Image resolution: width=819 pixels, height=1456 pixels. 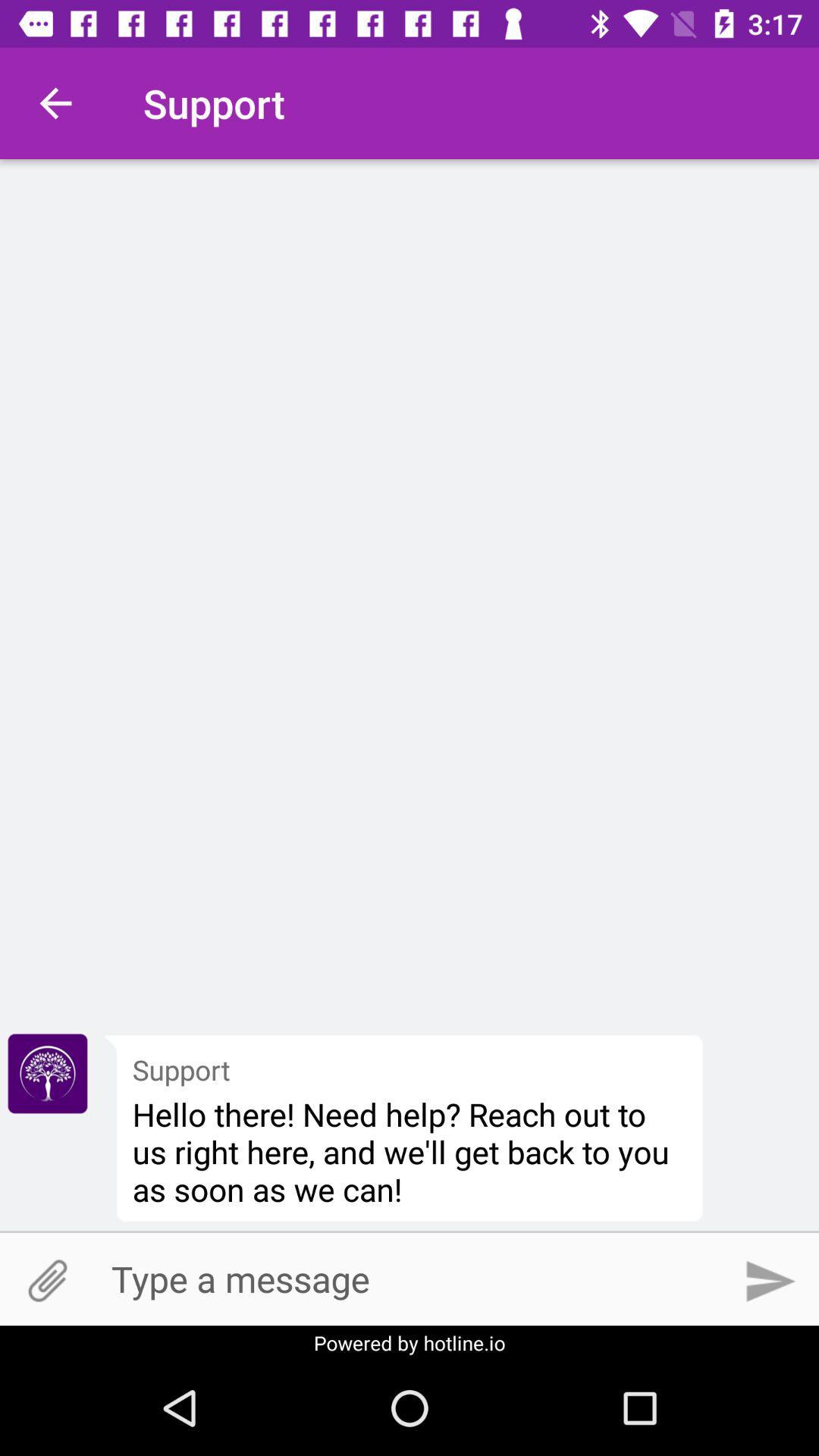 What do you see at coordinates (771, 1280) in the screenshot?
I see `the item at the bottom right corner` at bounding box center [771, 1280].